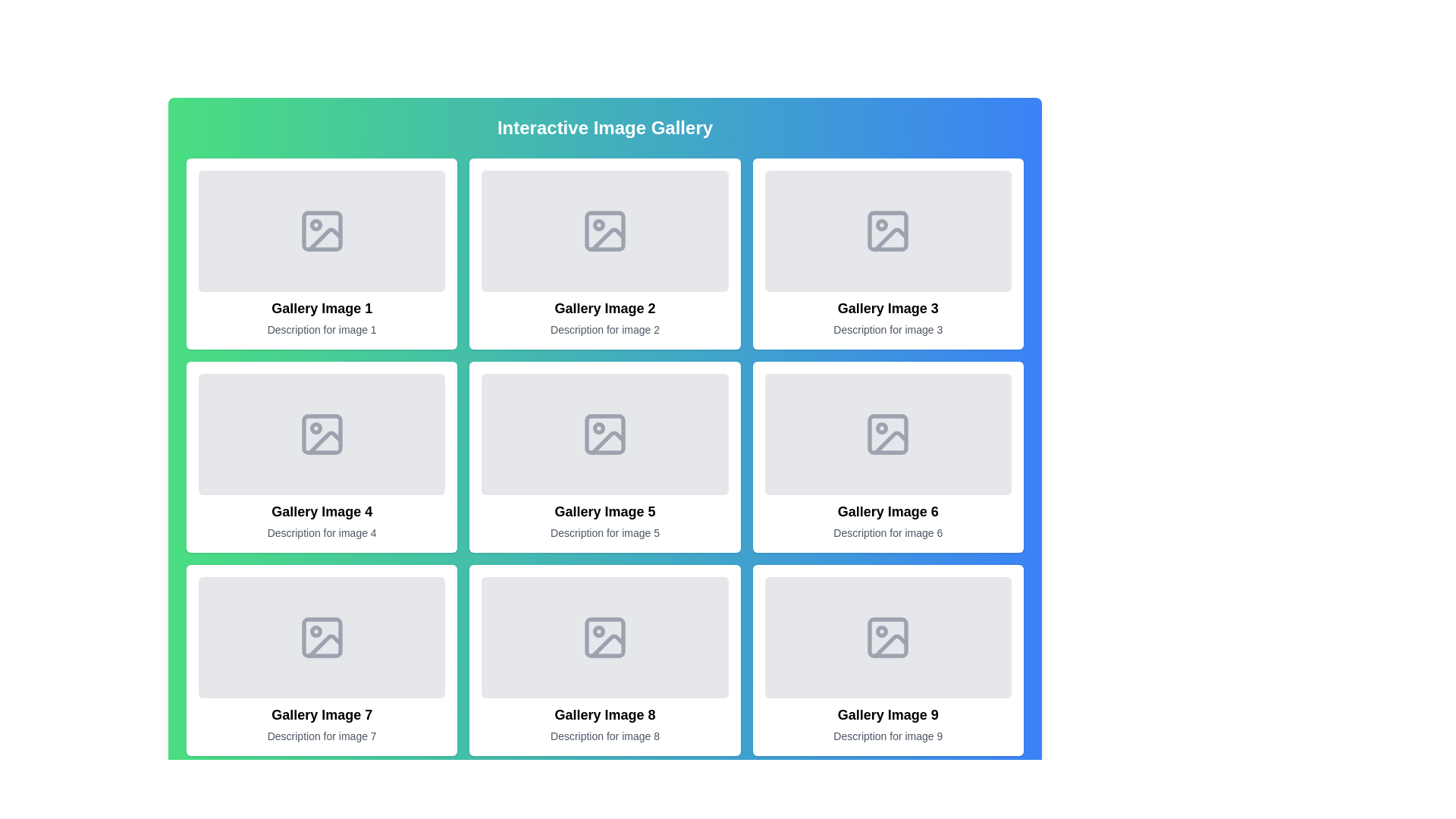  Describe the element at coordinates (604, 532) in the screenshot. I see `the textual label 'Description for image 5'` at that location.